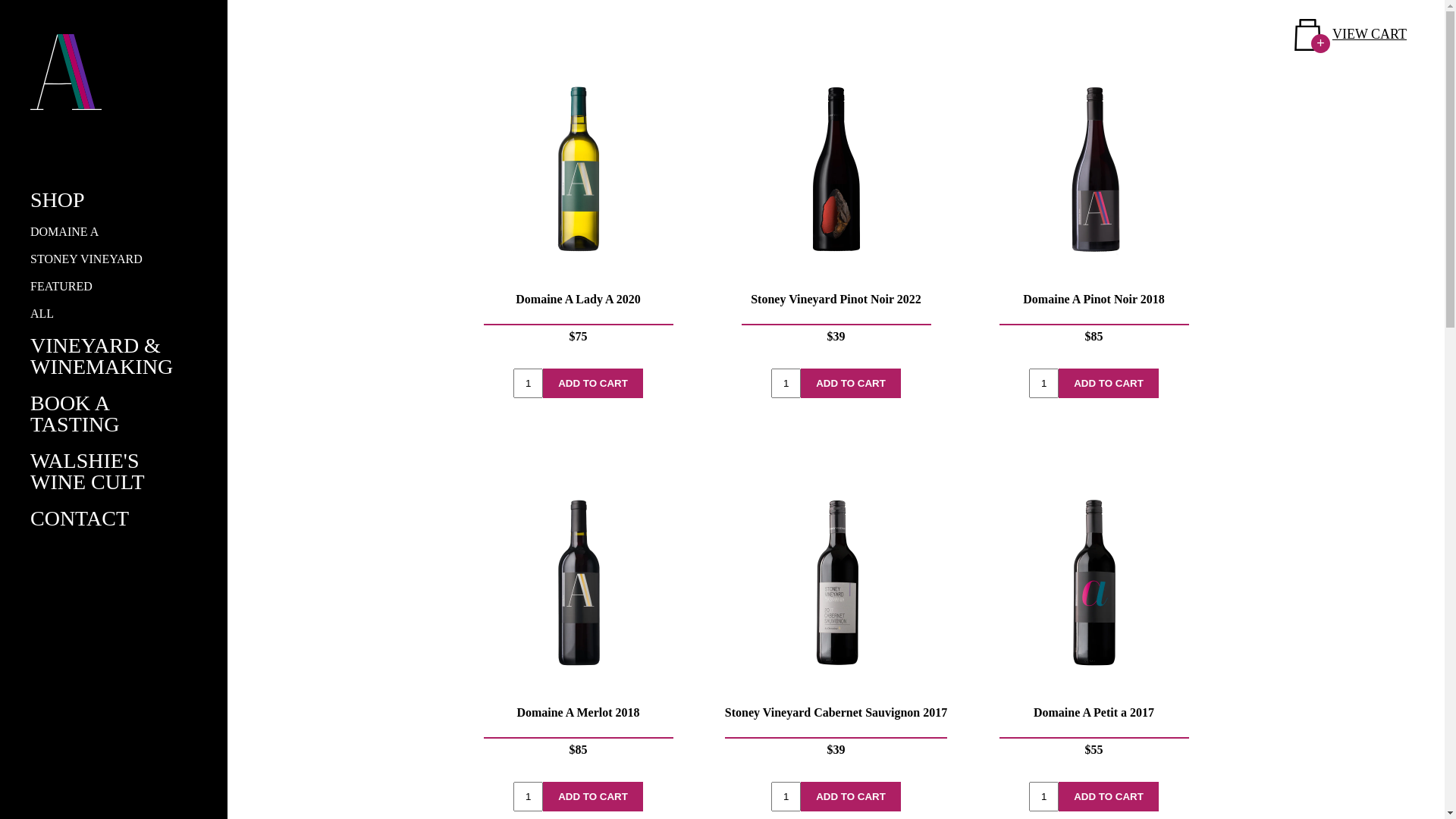 The image size is (1456, 819). I want to click on 'DOMAINE A', so click(64, 231).